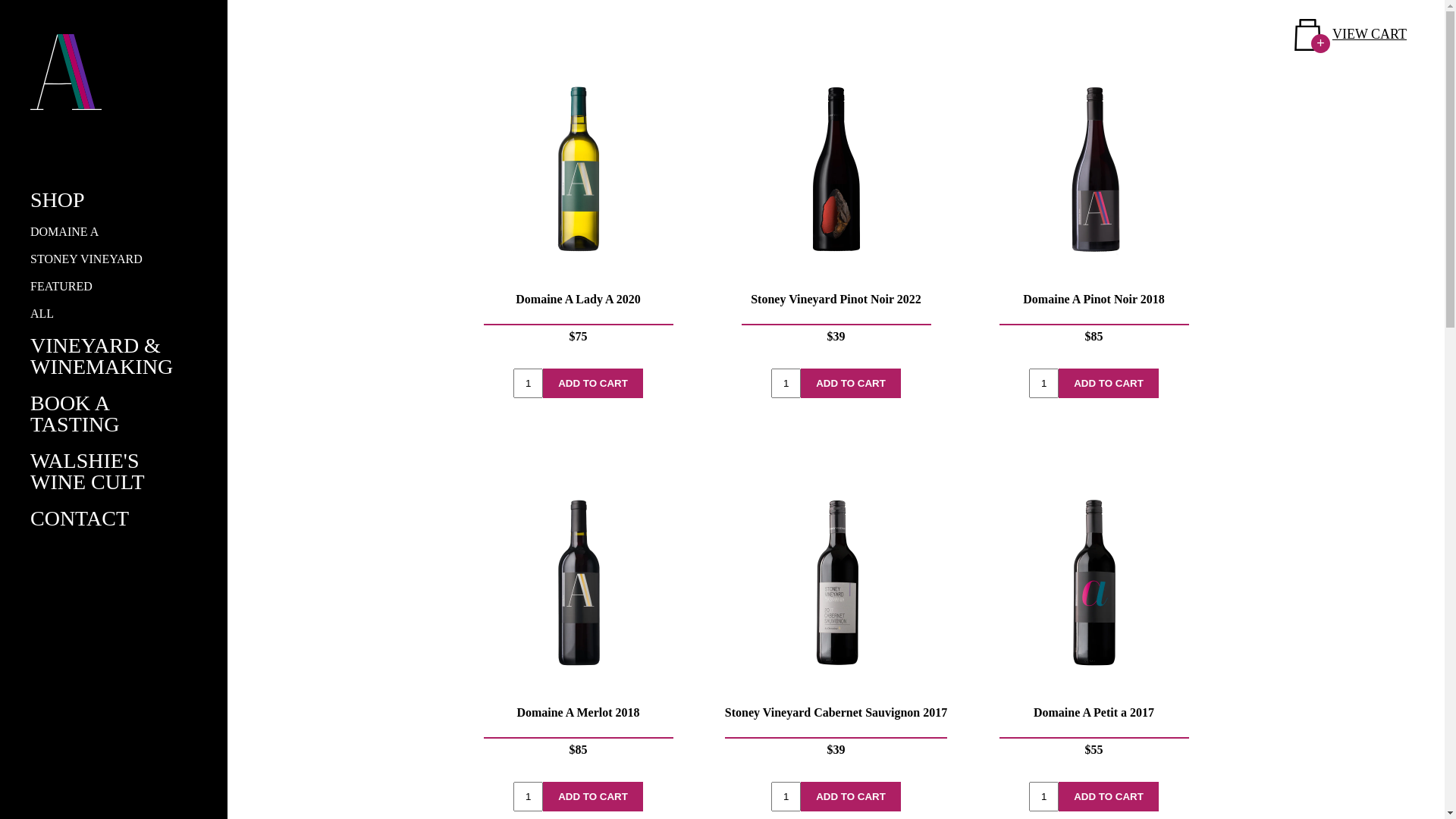 The image size is (1456, 819). I want to click on 'DOMAINE A', so click(64, 231).